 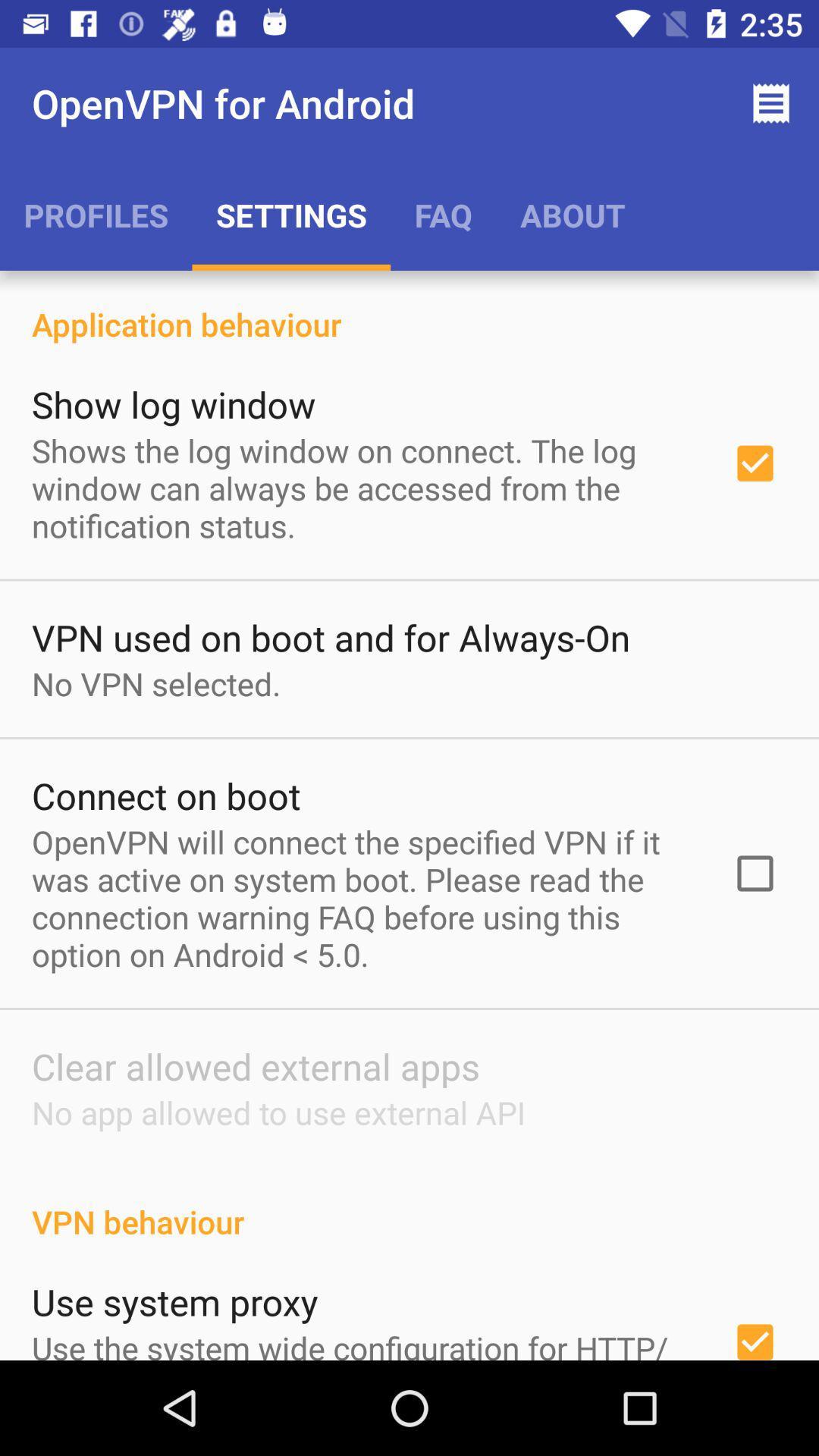 What do you see at coordinates (96, 214) in the screenshot?
I see `icon below the openvpn for android icon` at bounding box center [96, 214].